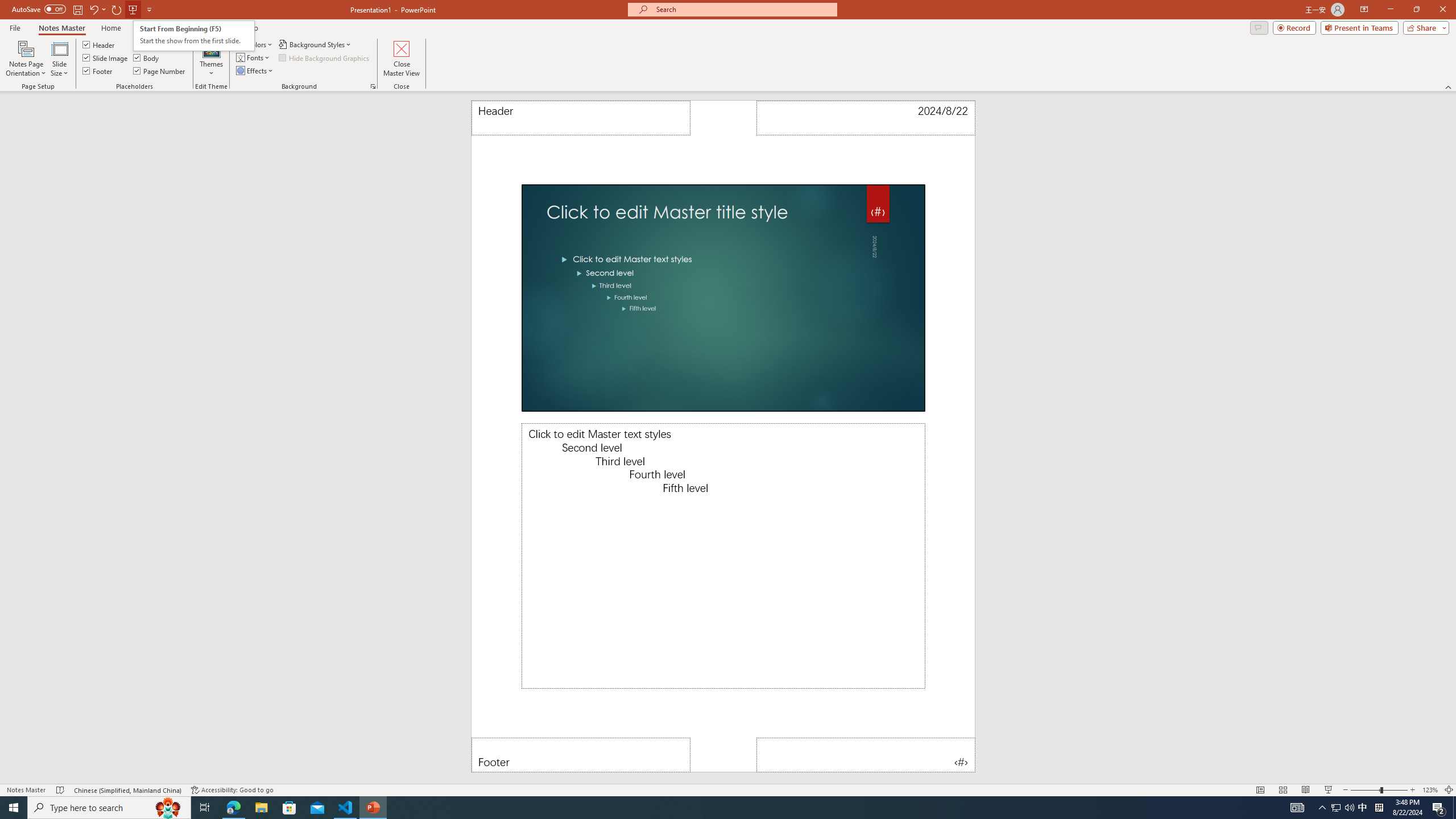 This screenshot has height=819, width=1456. I want to click on 'Hide Background Graphics', so click(324, 56).